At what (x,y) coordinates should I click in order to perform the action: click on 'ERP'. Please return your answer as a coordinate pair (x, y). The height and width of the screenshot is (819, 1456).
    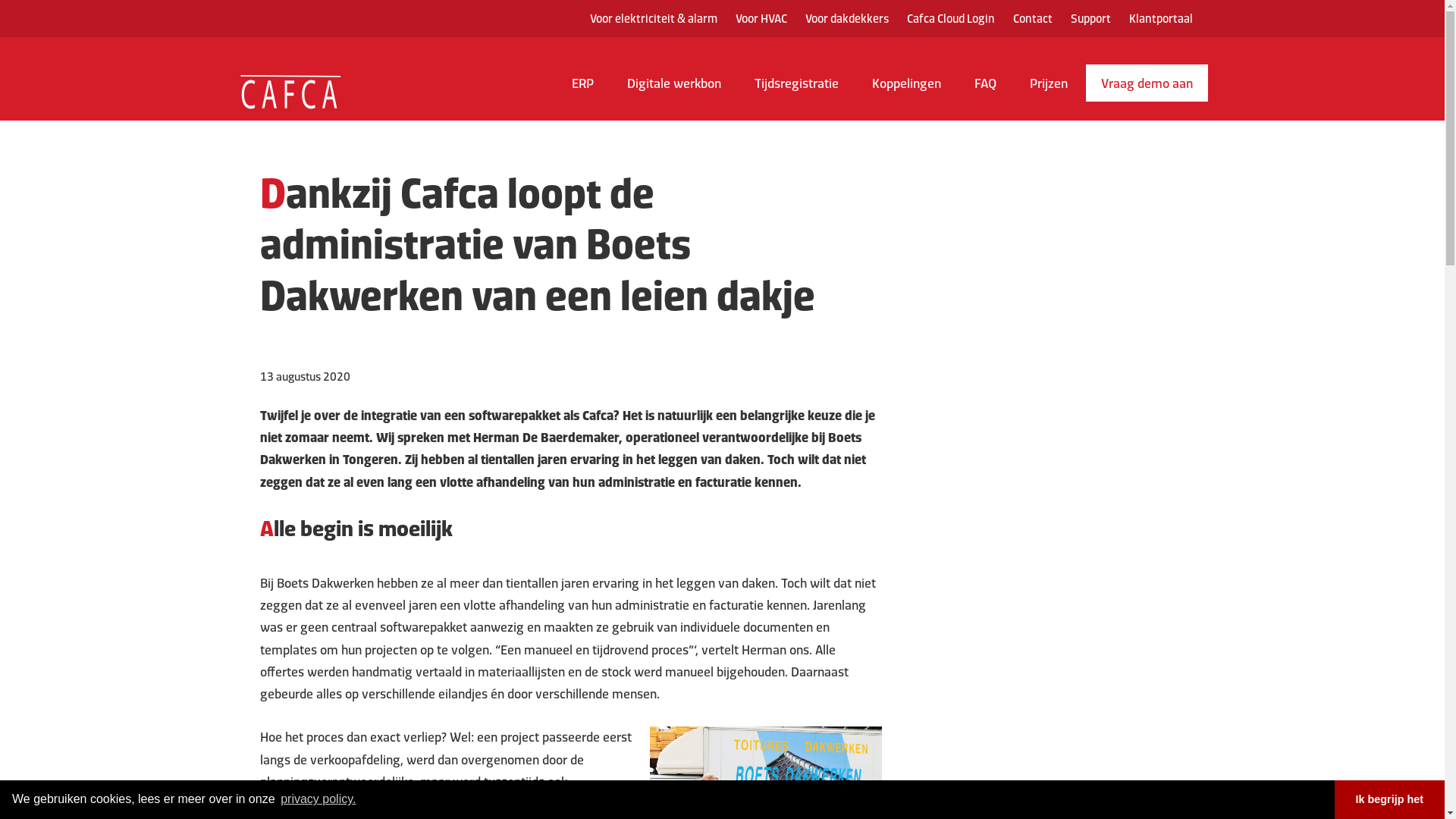
    Looking at the image, I should click on (582, 89).